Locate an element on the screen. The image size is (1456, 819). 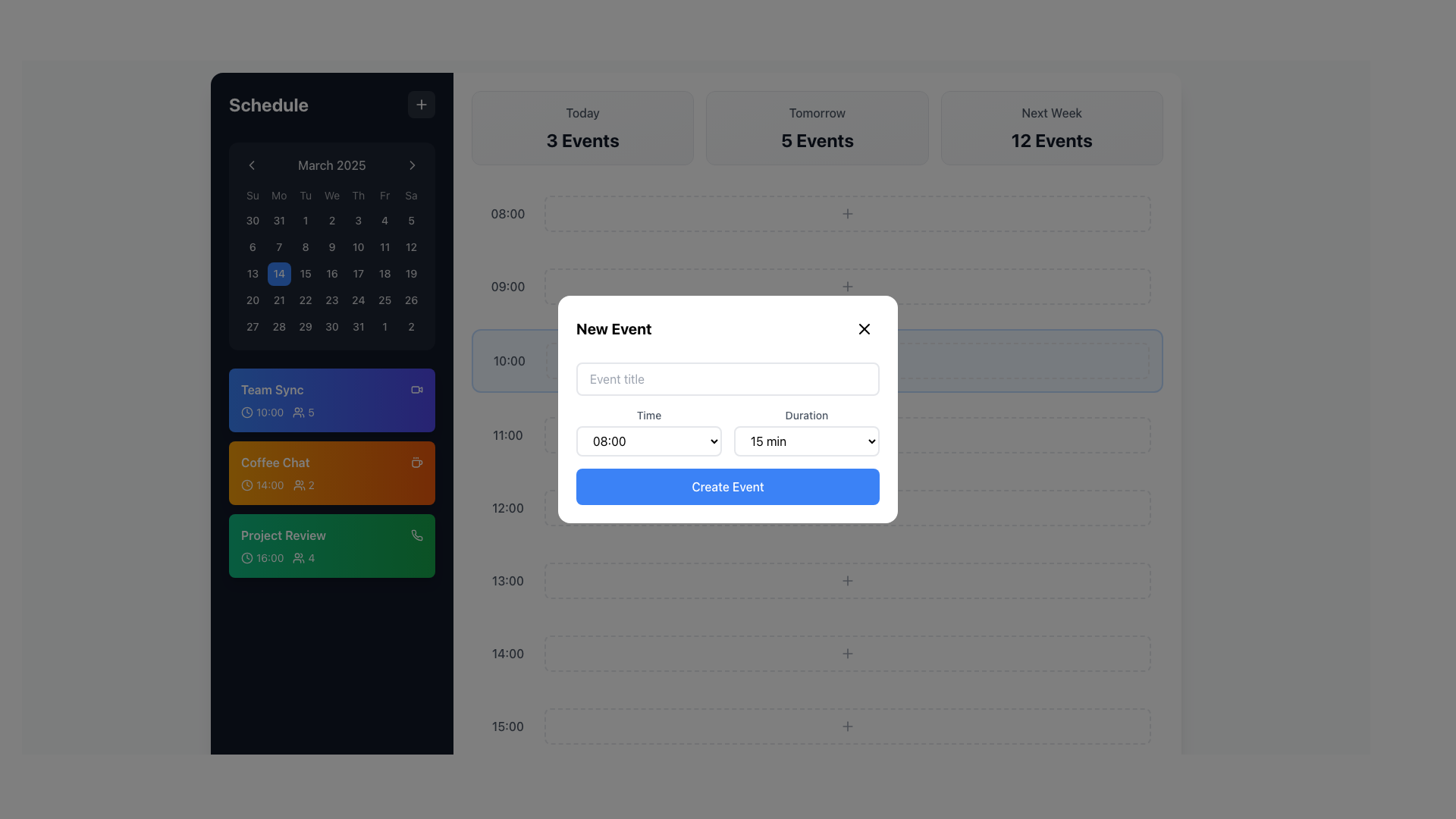
the Calendar Date Button representing the date '1' in the first row and third column of the calendar grid is located at coordinates (305, 221).